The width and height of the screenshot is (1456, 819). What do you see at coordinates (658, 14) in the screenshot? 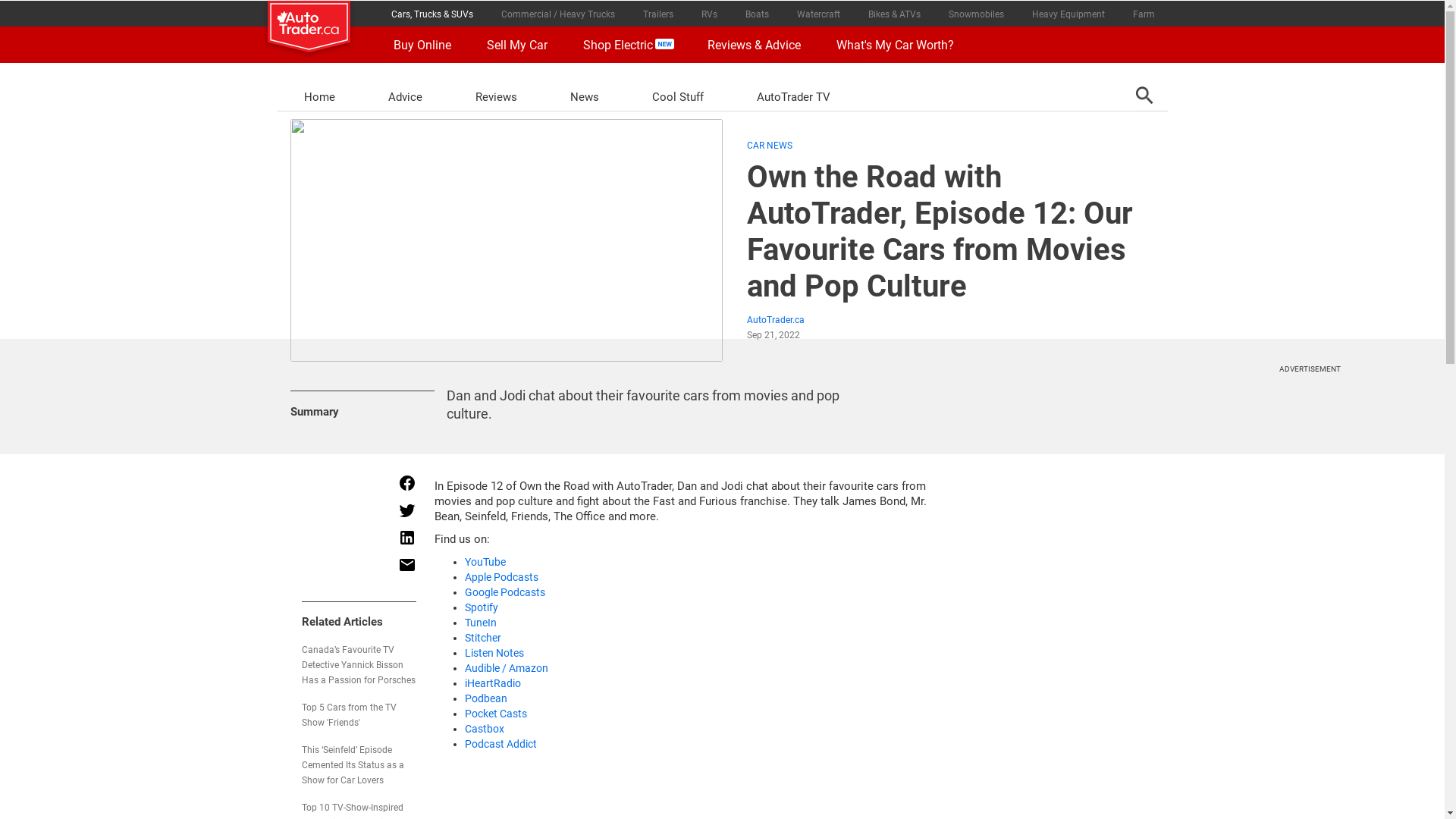
I see `'Trailers'` at bounding box center [658, 14].